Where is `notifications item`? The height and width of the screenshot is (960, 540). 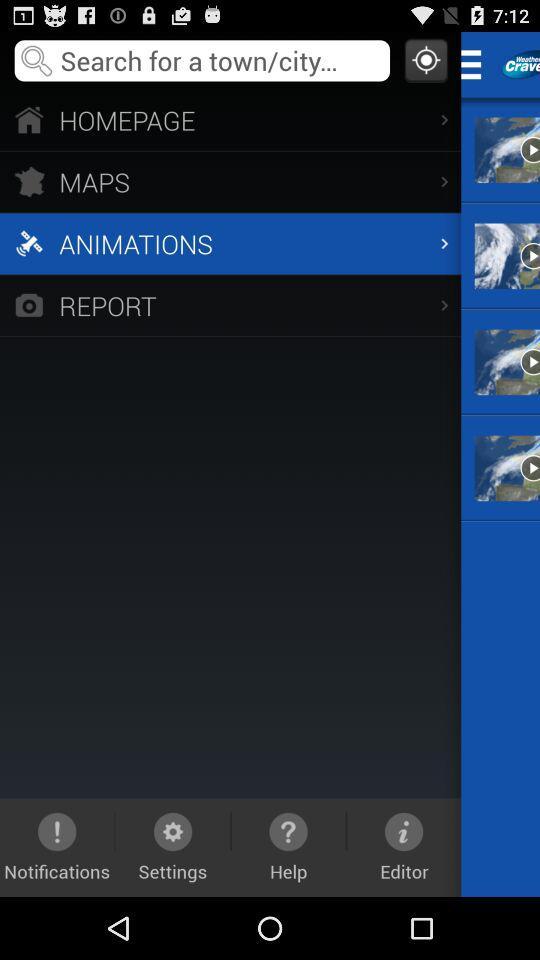
notifications item is located at coordinates (57, 846).